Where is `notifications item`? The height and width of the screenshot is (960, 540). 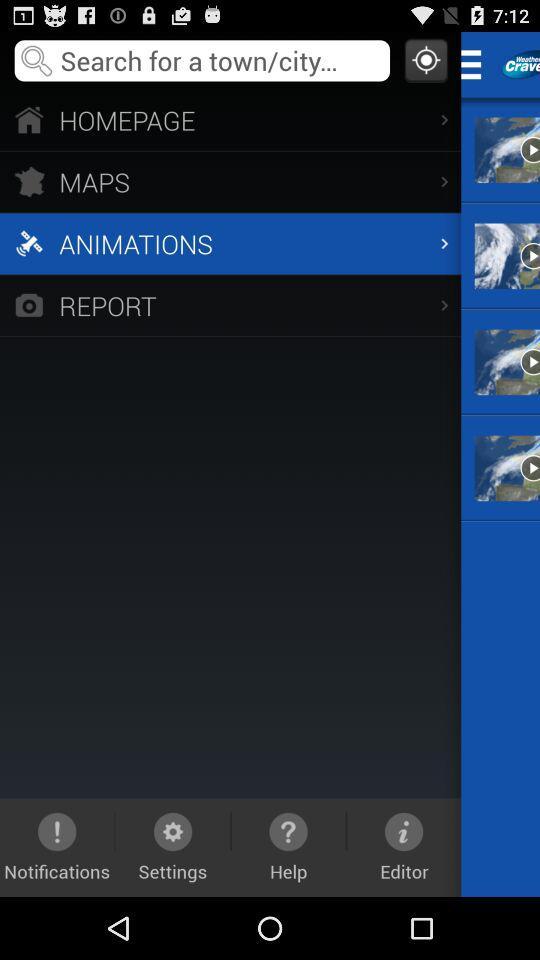
notifications item is located at coordinates (57, 846).